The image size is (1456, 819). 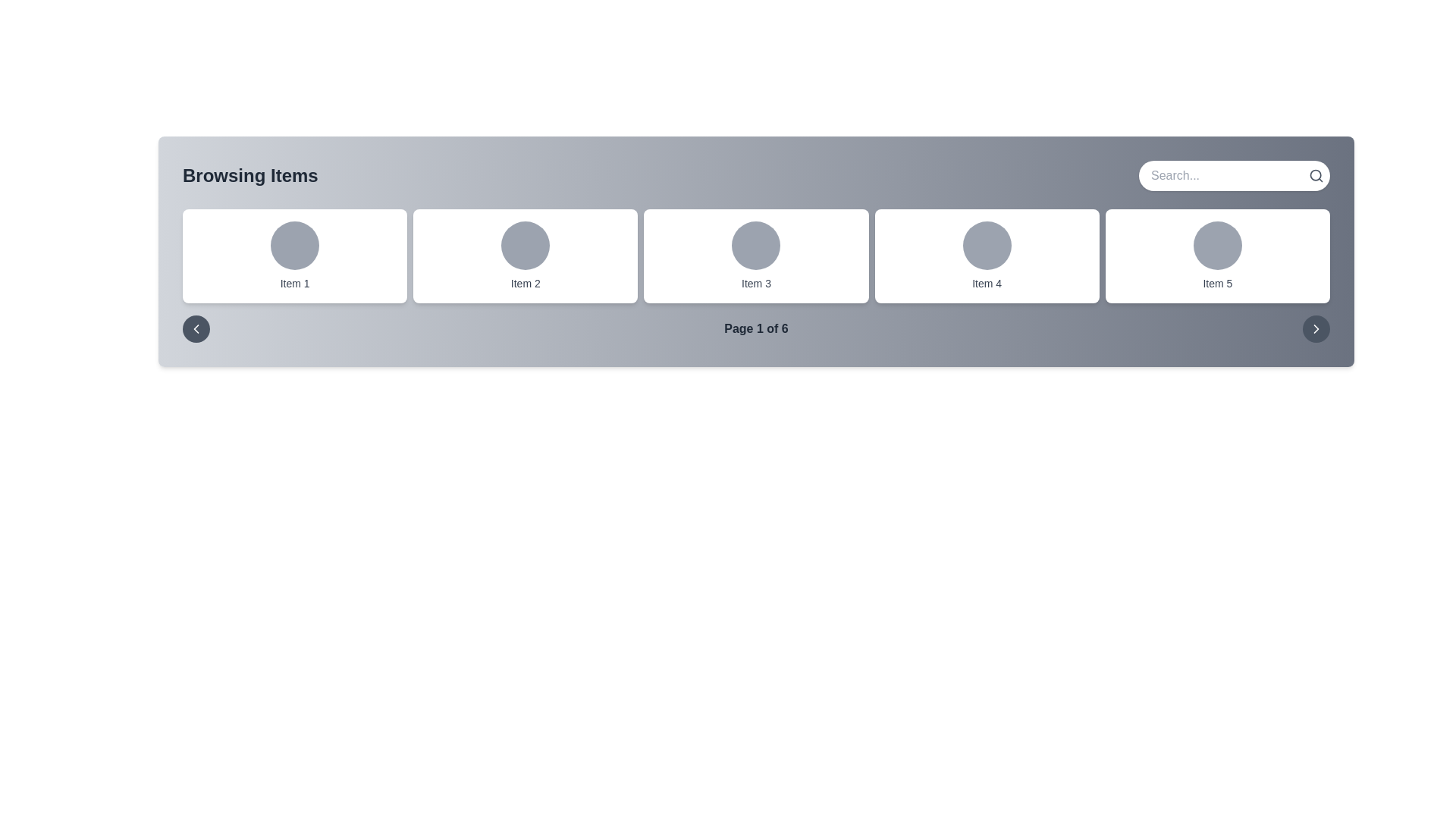 I want to click on the Static Text Label that serves as a title for the associated card component, positioned under a circular icon in a horizontally aligned list, so click(x=526, y=284).